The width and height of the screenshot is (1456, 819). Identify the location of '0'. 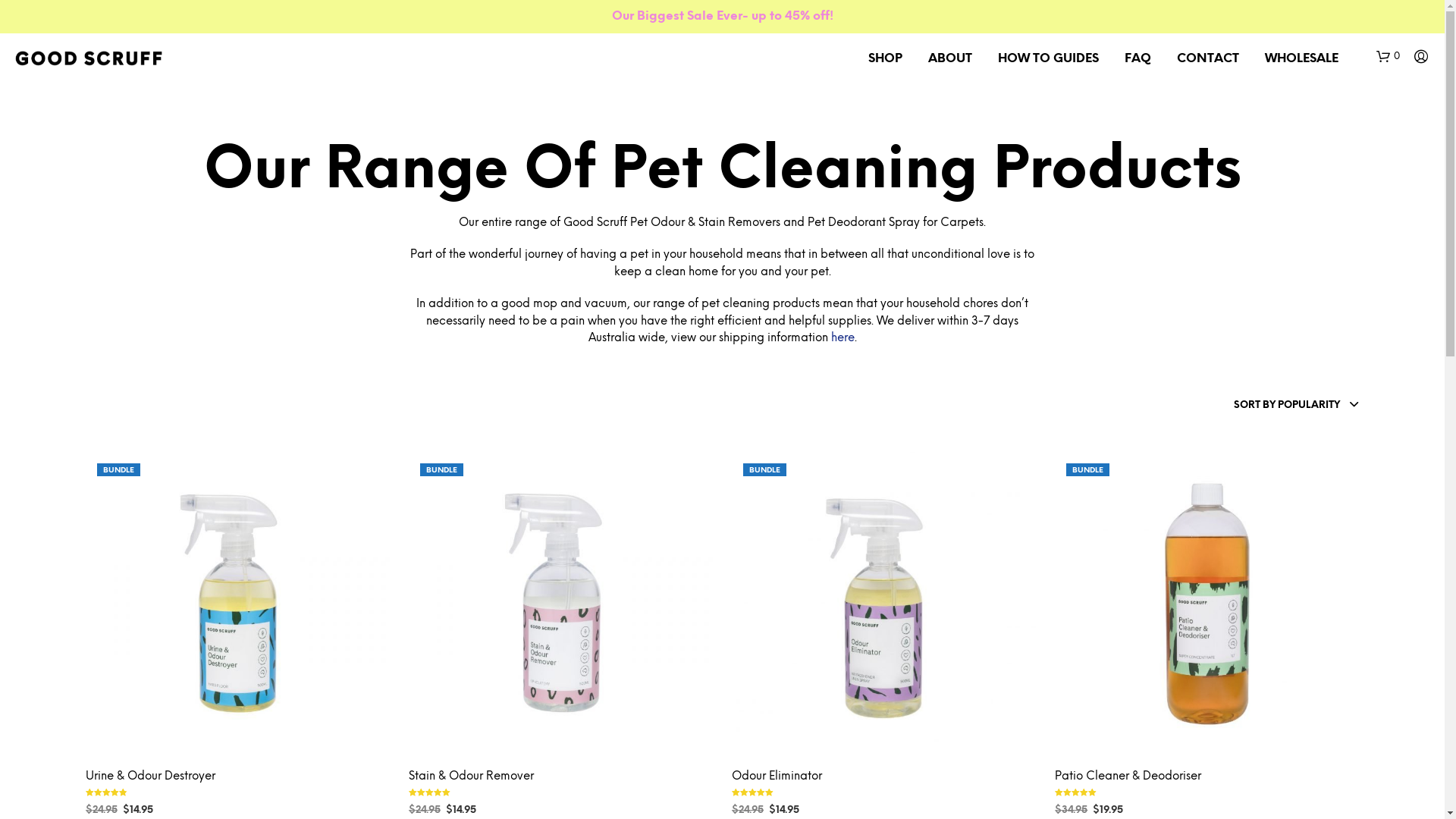
(1388, 55).